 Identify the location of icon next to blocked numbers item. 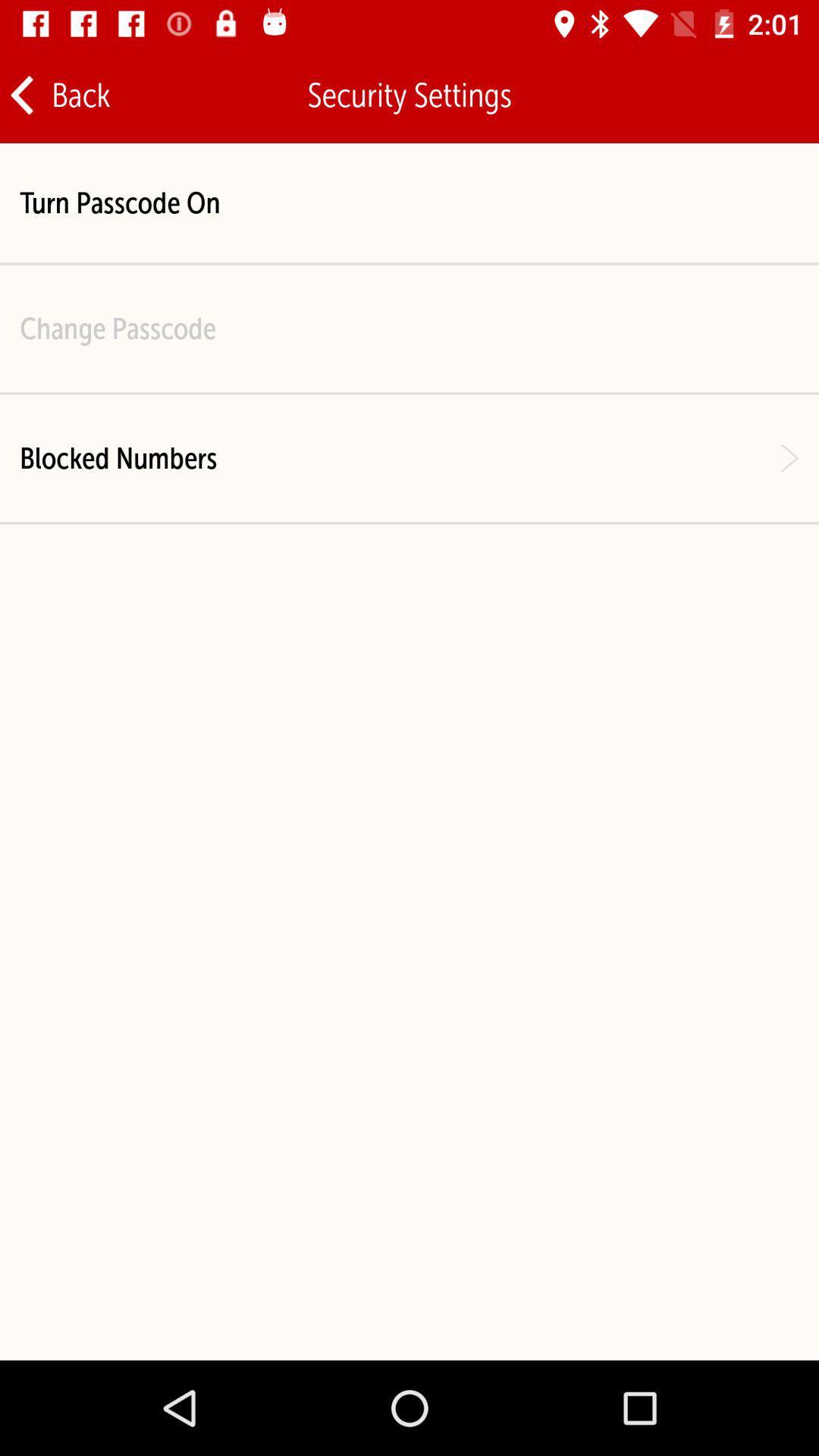
(789, 457).